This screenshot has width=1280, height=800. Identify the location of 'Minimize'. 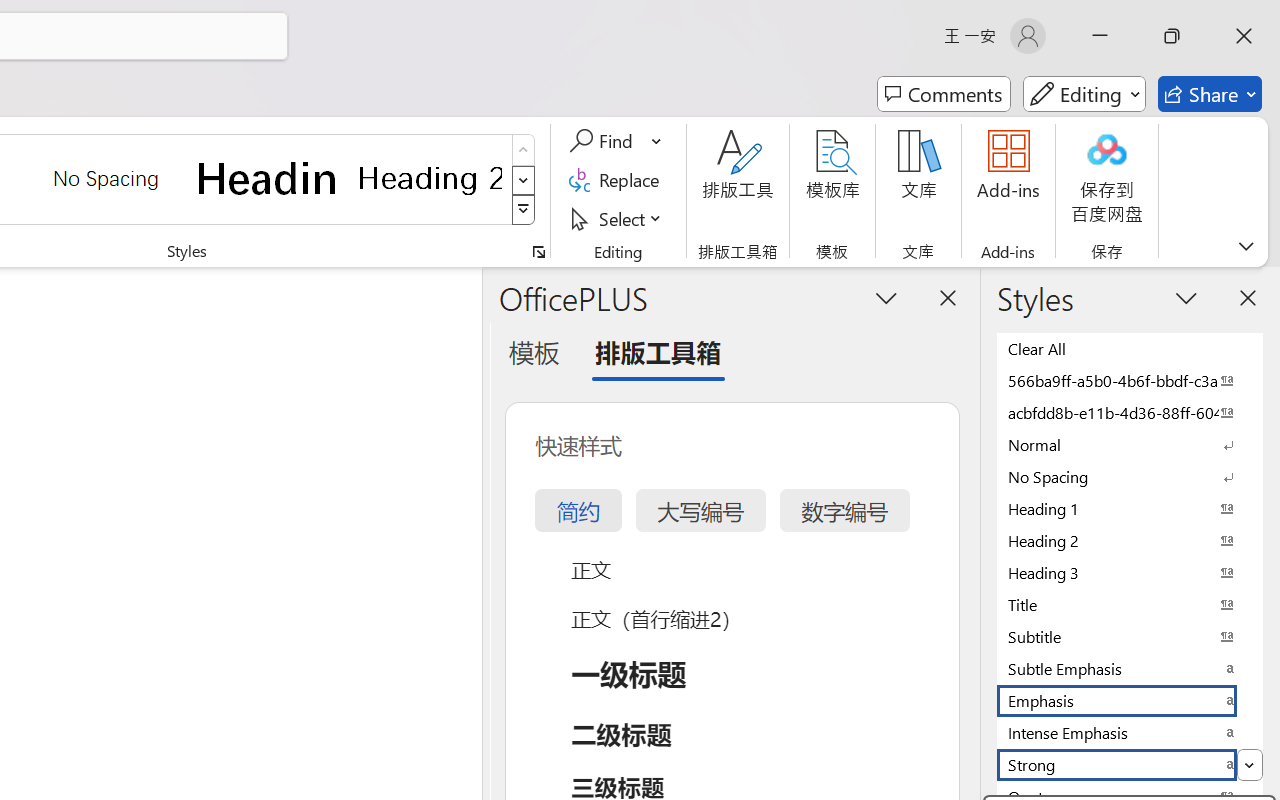
(1099, 35).